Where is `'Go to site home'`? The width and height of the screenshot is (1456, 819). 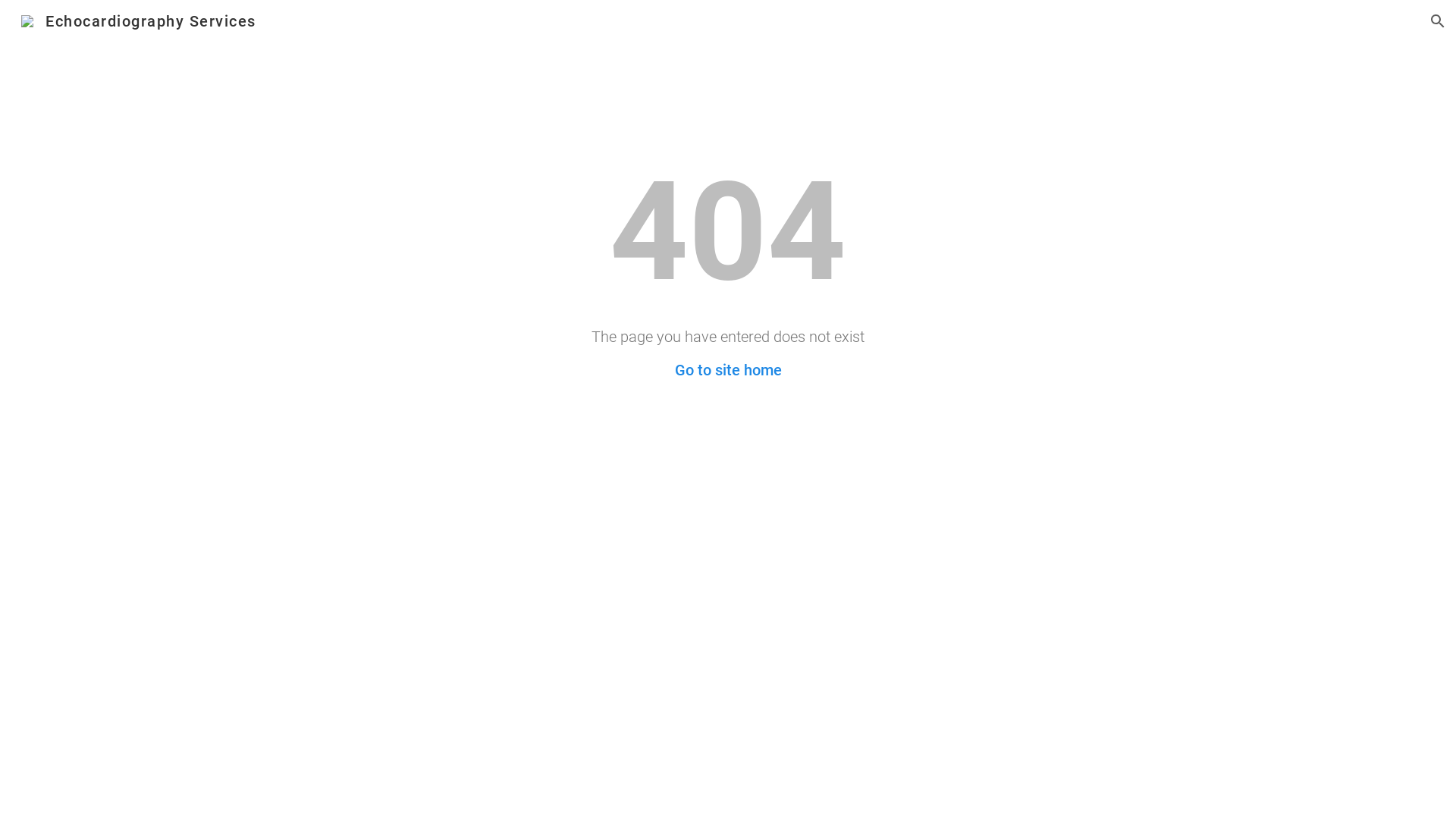
'Go to site home' is located at coordinates (728, 370).